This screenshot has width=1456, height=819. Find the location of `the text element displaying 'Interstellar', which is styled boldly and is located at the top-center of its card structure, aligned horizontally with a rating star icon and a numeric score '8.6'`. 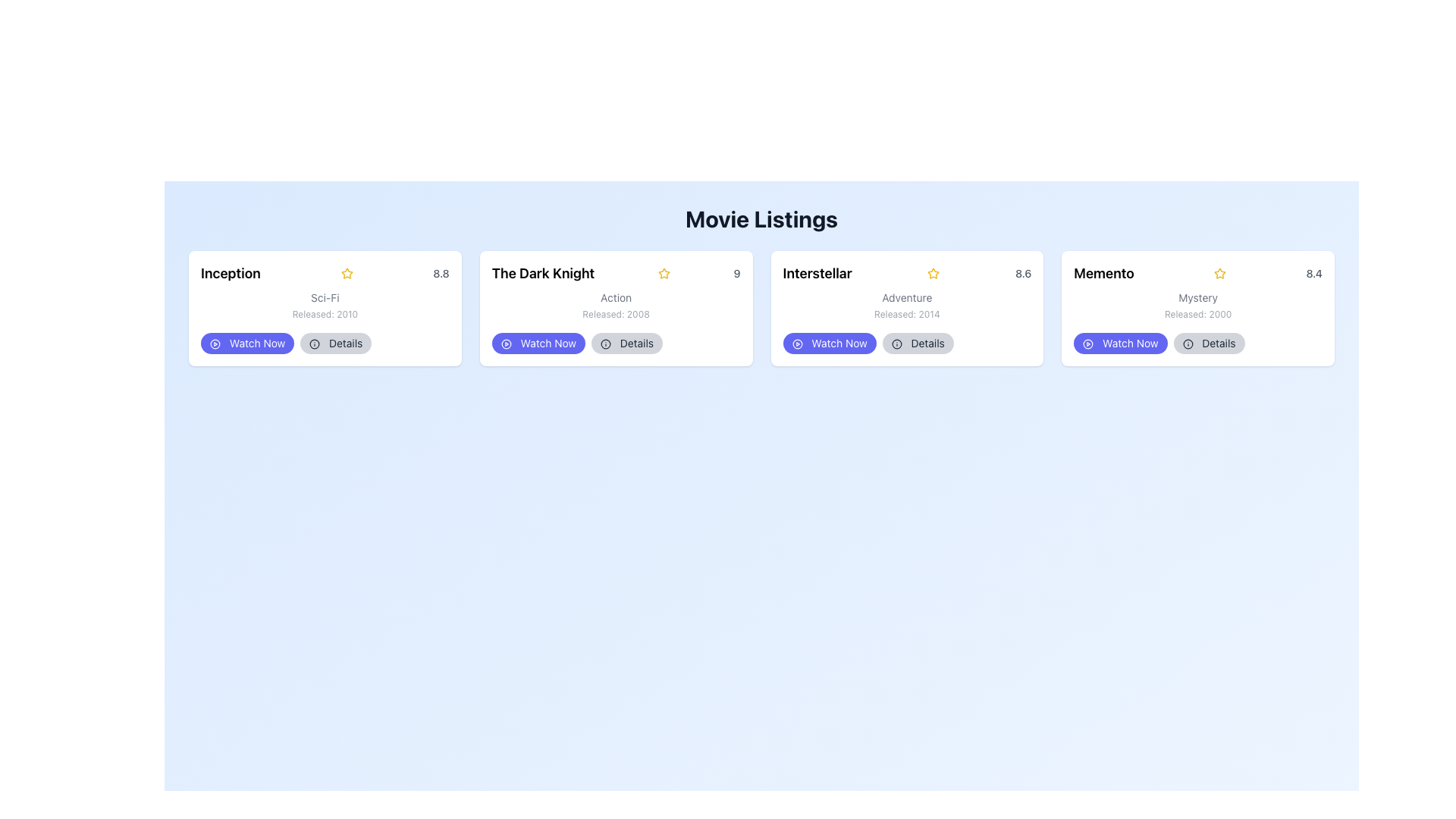

the text element displaying 'Interstellar', which is styled boldly and is located at the top-center of its card structure, aligned horizontally with a rating star icon and a numeric score '8.6' is located at coordinates (817, 274).